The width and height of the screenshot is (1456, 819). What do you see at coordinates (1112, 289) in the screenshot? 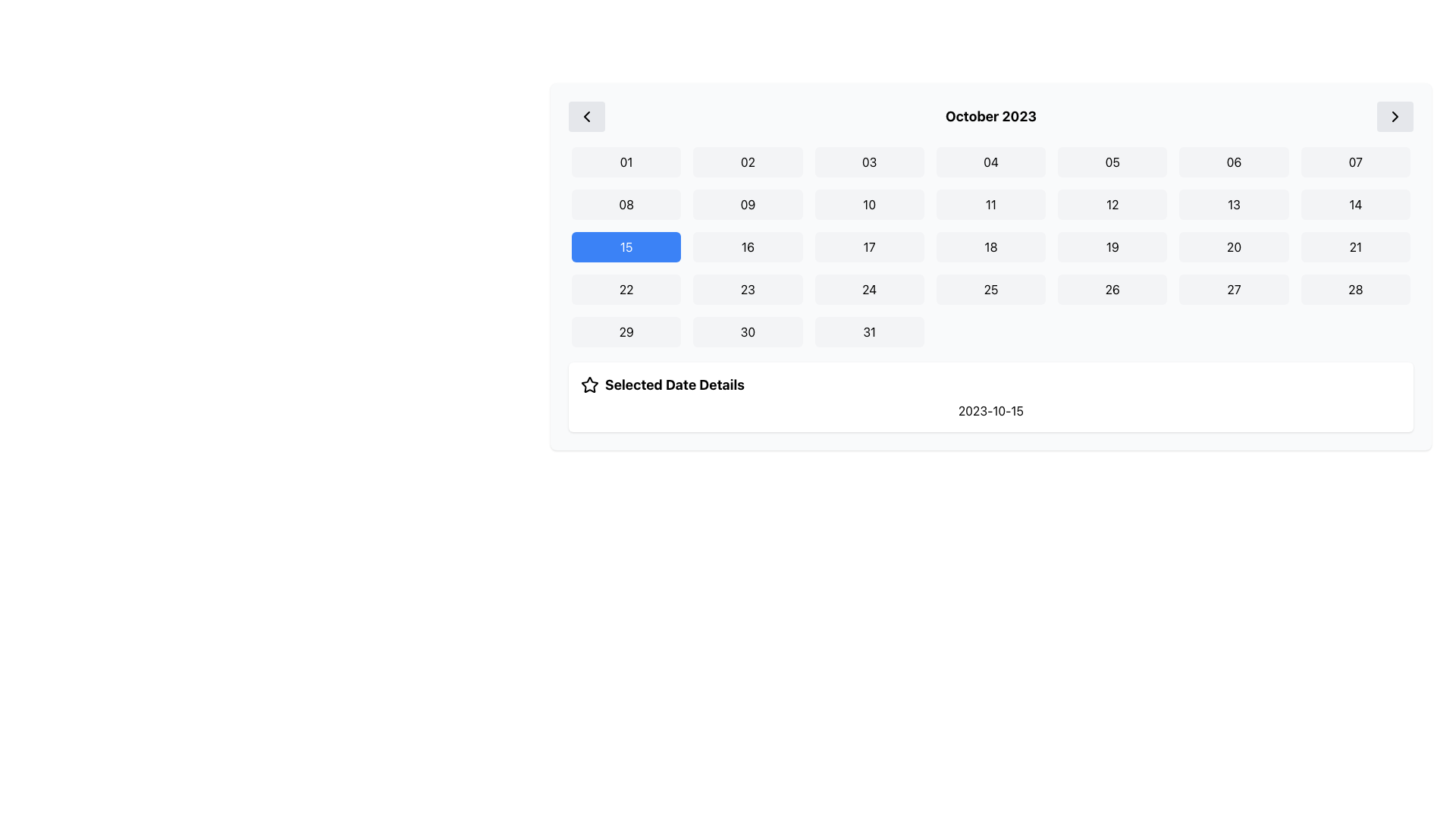
I see `the selectable day button for October 26th in the calendar interface` at bounding box center [1112, 289].